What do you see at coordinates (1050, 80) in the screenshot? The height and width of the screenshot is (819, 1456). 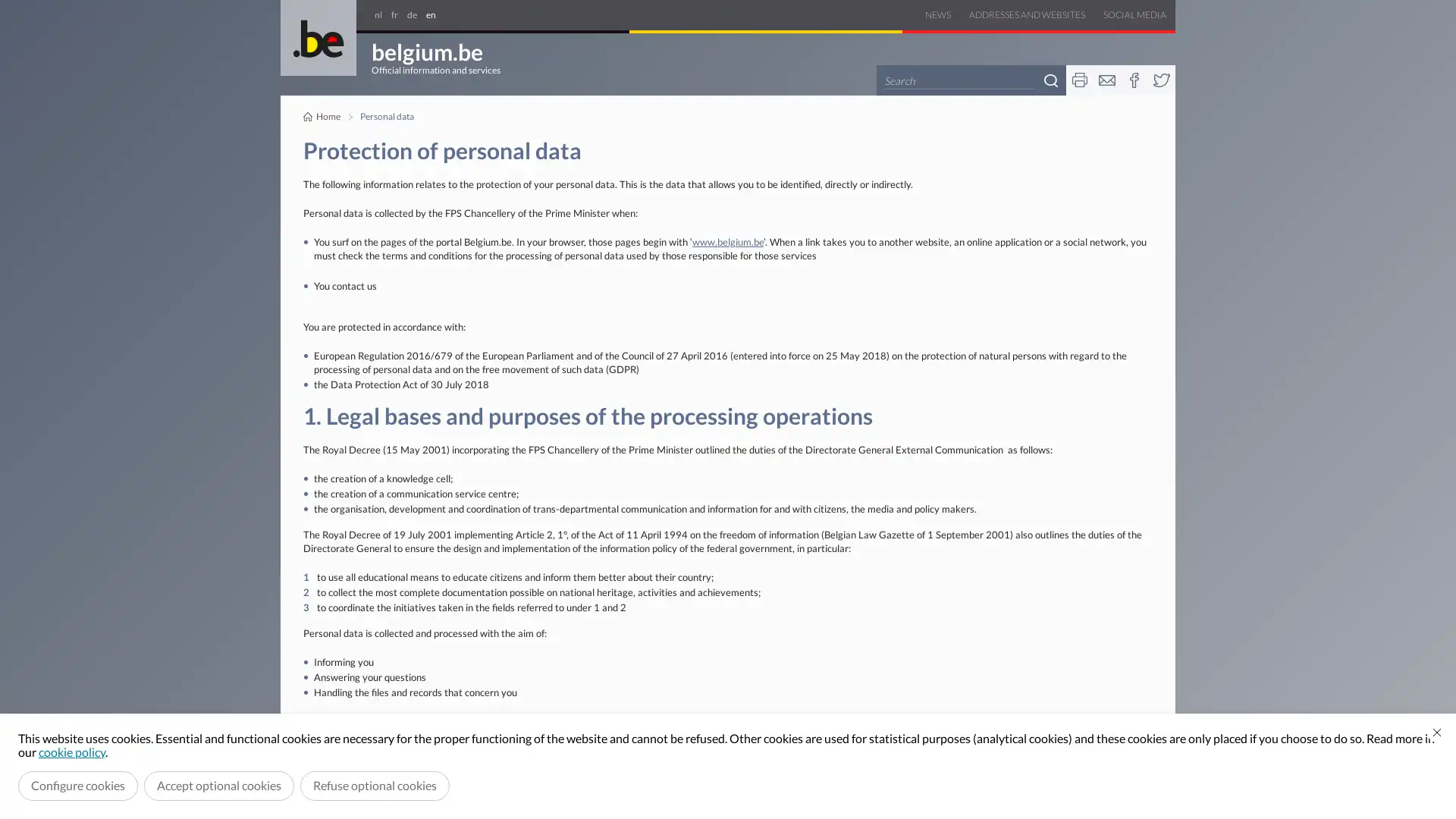 I see `Search` at bounding box center [1050, 80].